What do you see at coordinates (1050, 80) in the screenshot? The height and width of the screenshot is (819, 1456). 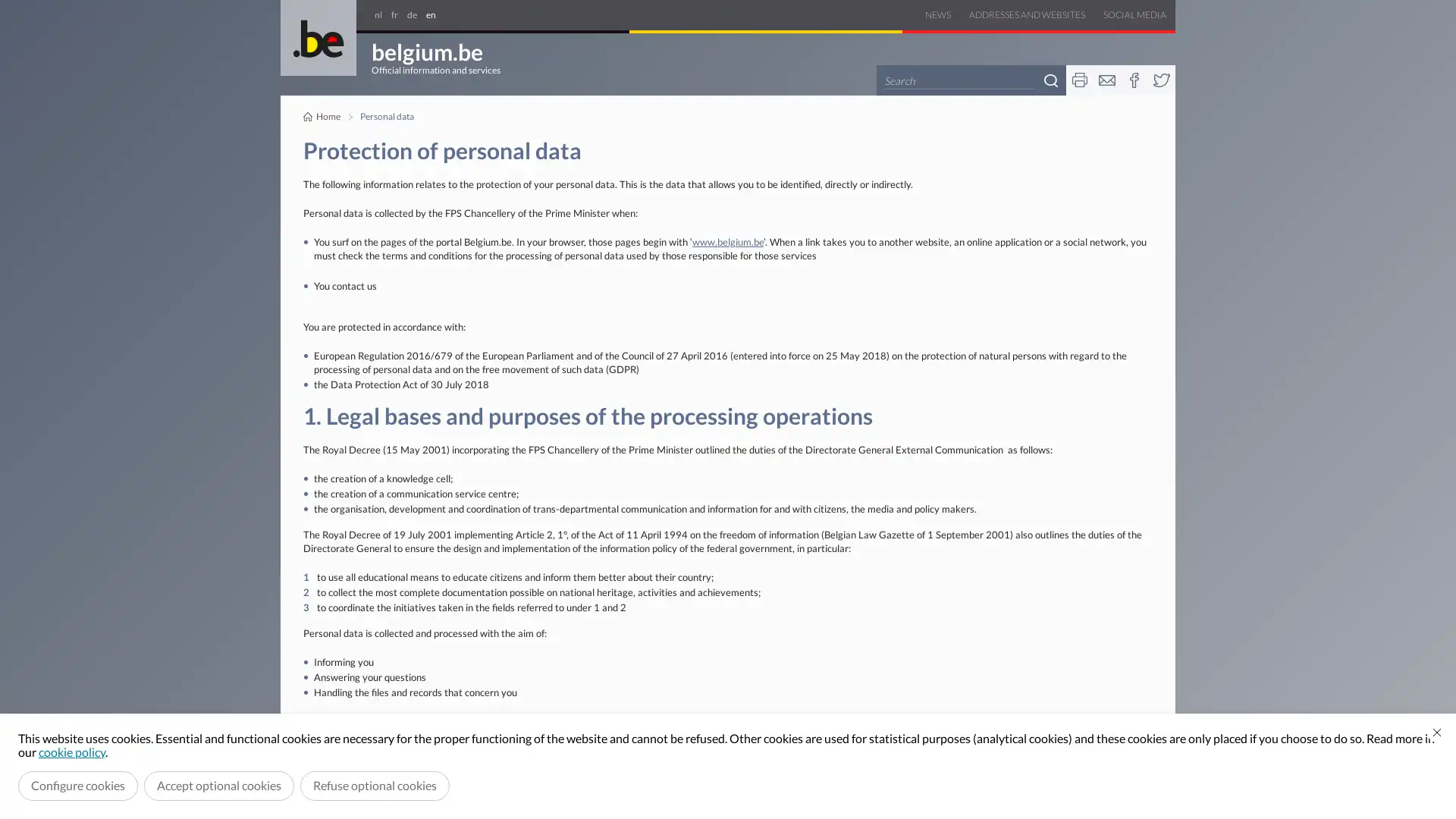 I see `Search` at bounding box center [1050, 80].